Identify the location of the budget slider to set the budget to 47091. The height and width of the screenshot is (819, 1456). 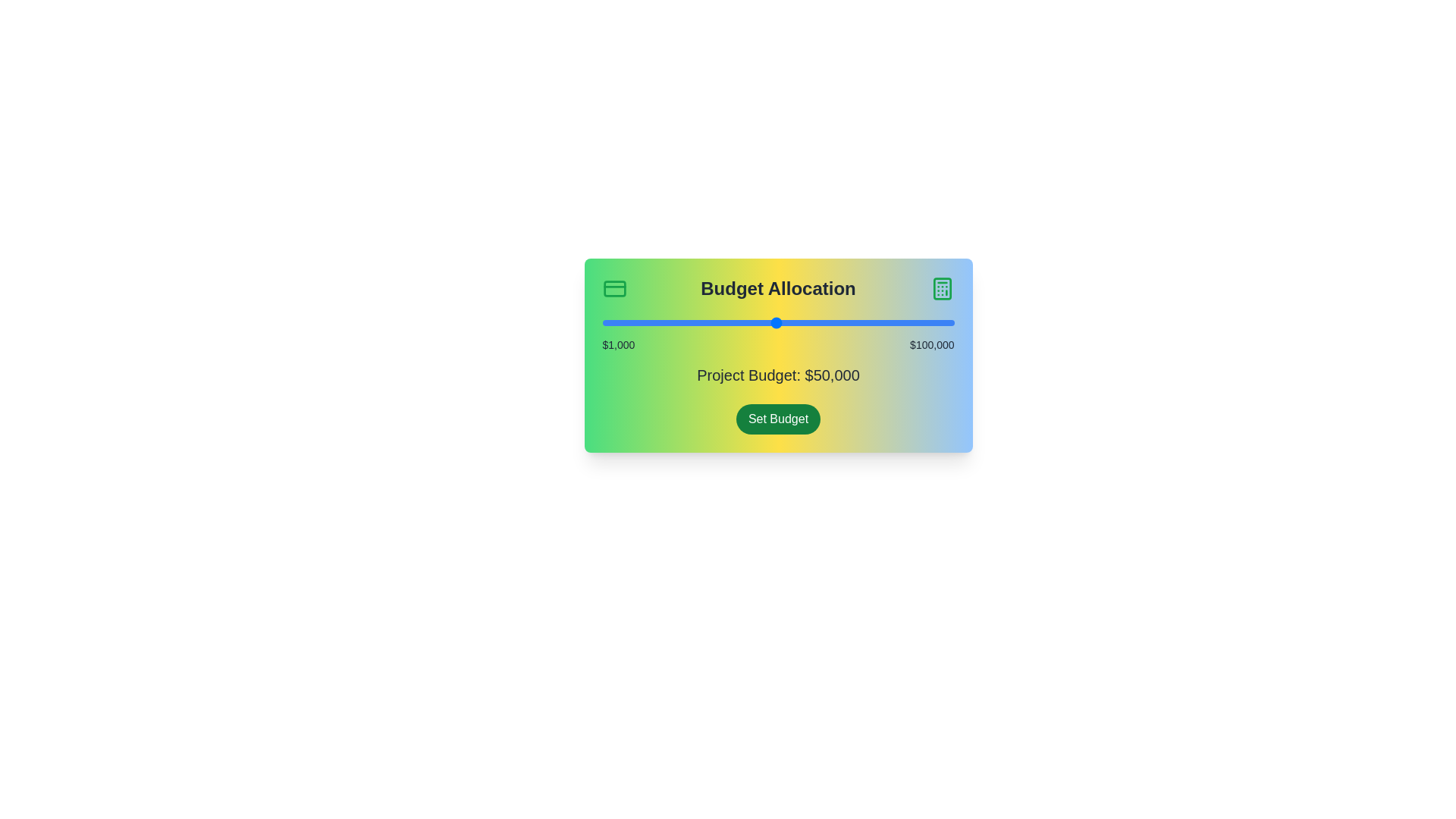
(766, 322).